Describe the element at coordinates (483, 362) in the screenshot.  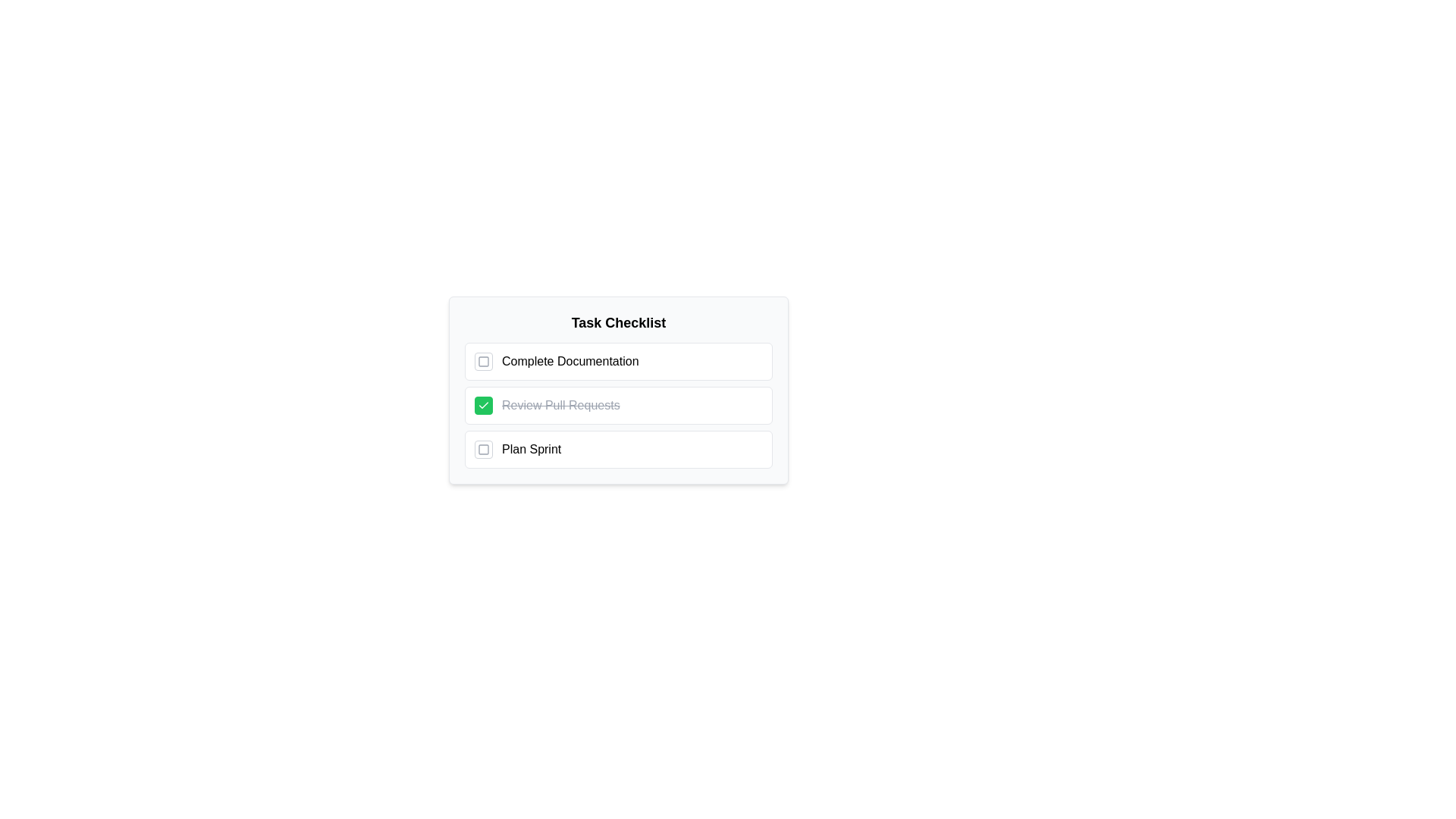
I see `the leftmost icon in the first row of the checklist` at that location.